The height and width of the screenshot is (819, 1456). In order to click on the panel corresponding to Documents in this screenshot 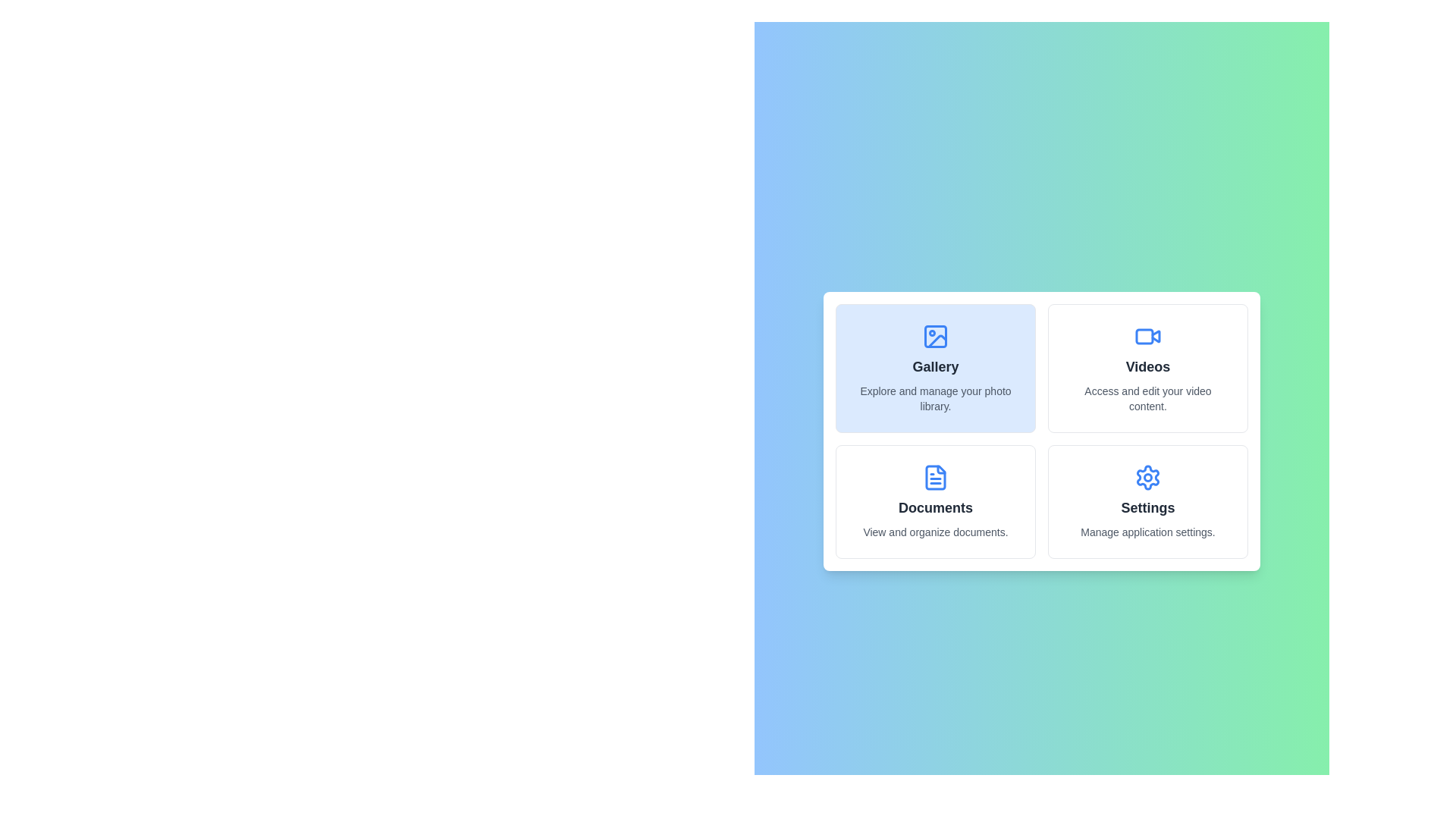, I will do `click(934, 502)`.